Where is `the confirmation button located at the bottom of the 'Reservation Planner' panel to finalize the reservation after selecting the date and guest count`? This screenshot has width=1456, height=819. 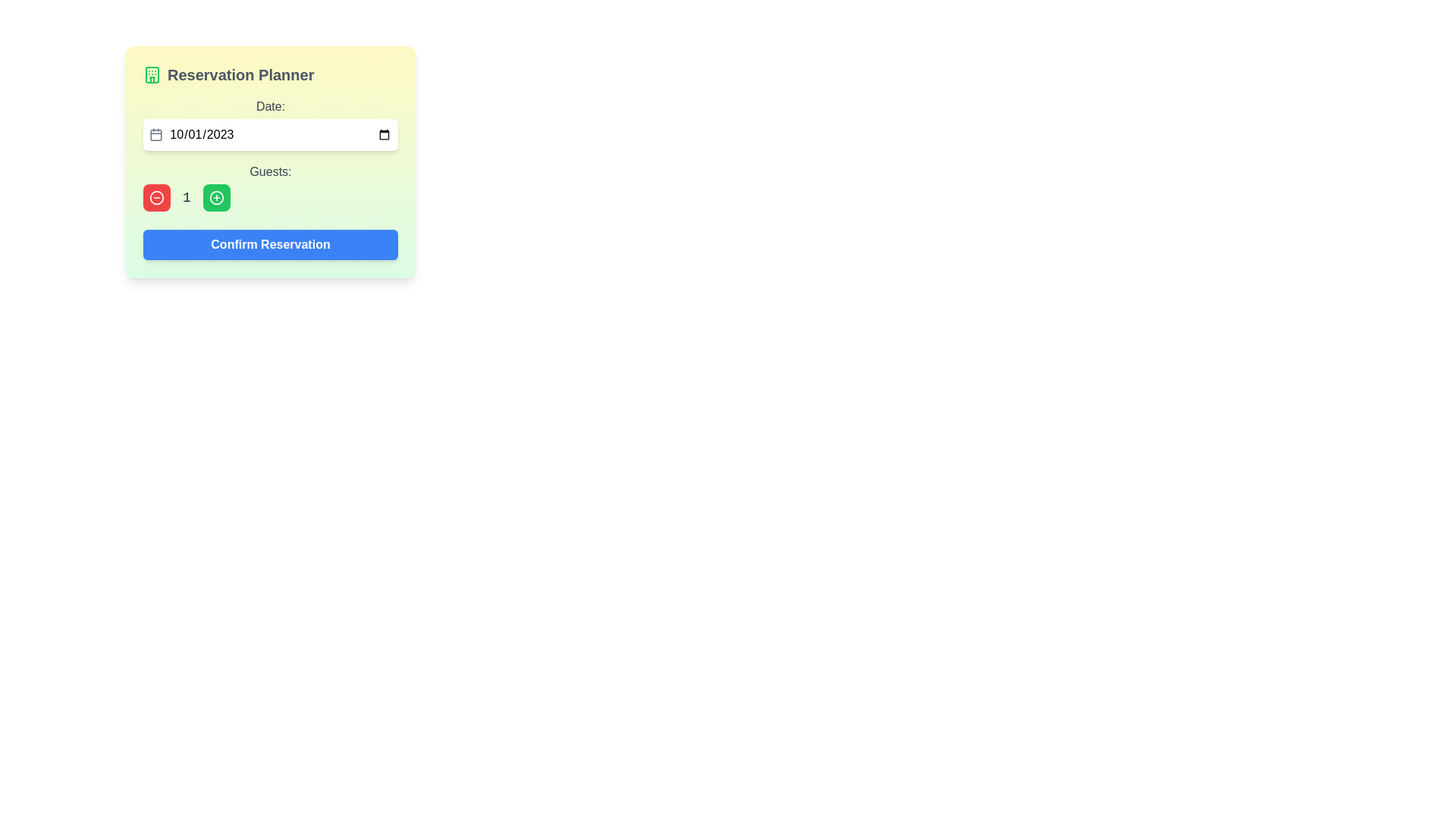
the confirmation button located at the bottom of the 'Reservation Planner' panel to finalize the reservation after selecting the date and guest count is located at coordinates (270, 244).